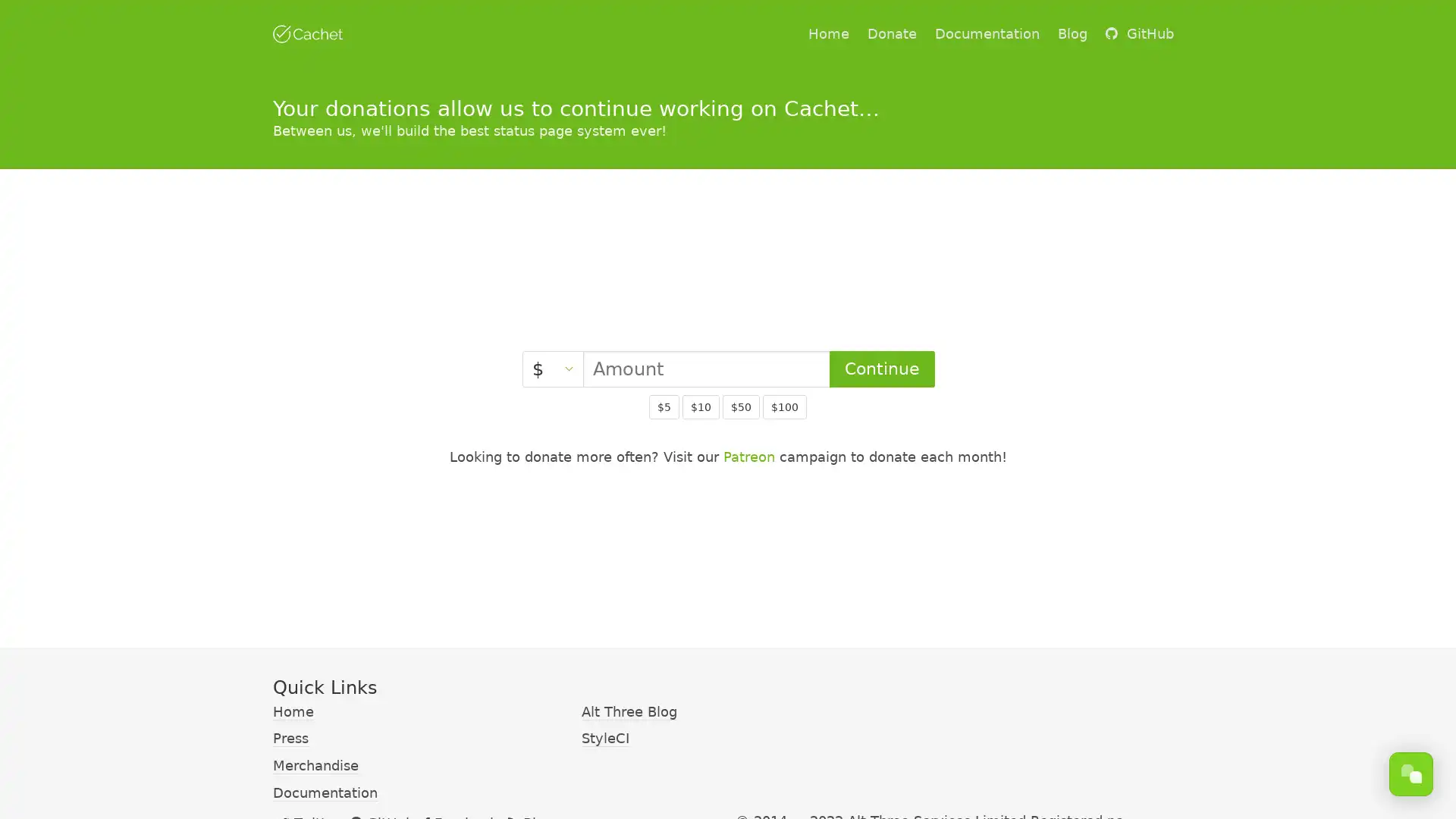 The width and height of the screenshot is (1456, 819). Describe the element at coordinates (881, 369) in the screenshot. I see `Continue` at that location.